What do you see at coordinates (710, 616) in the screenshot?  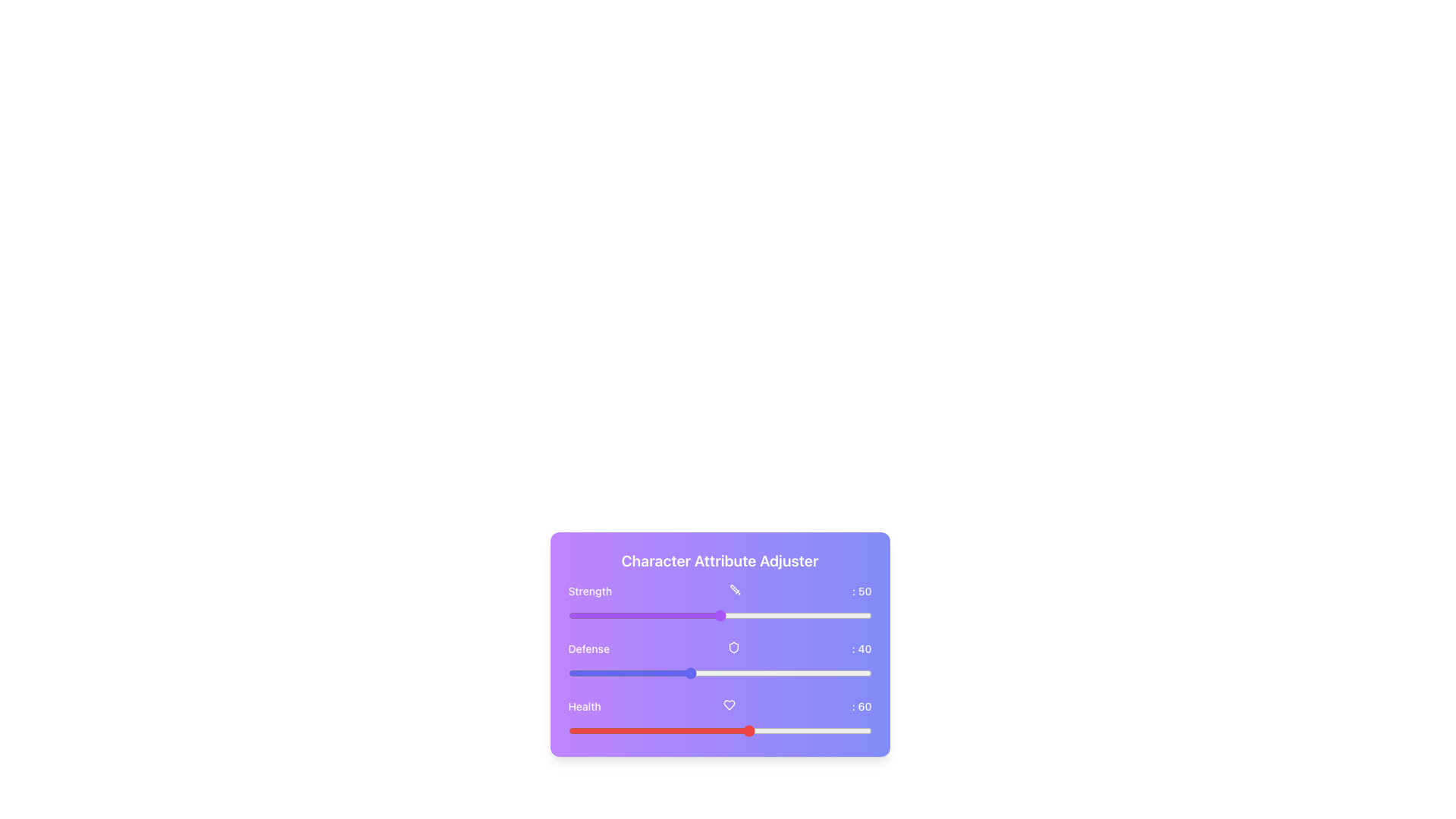 I see `the Strength value` at bounding box center [710, 616].